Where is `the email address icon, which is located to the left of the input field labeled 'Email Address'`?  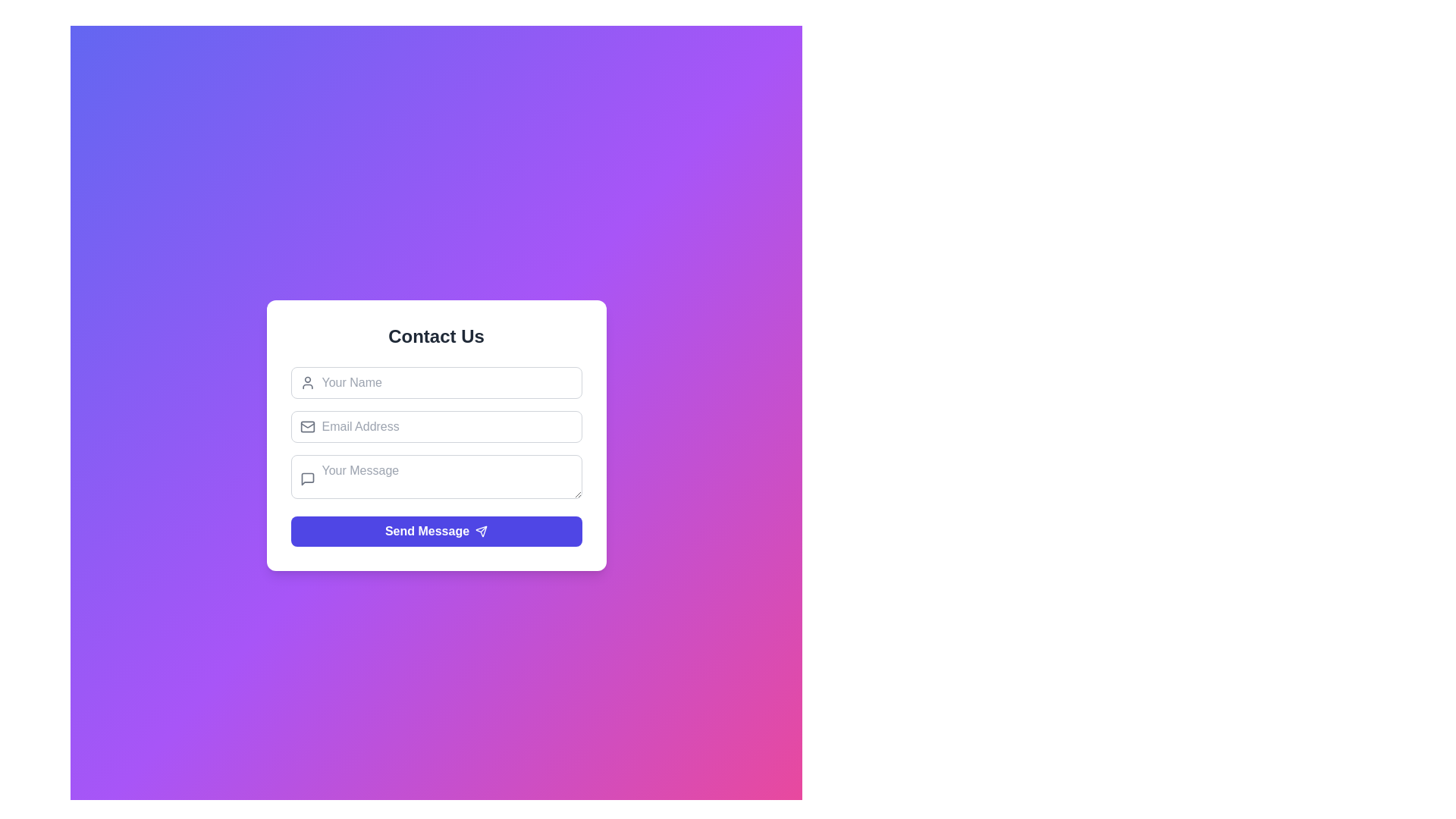 the email address icon, which is located to the left of the input field labeled 'Email Address' is located at coordinates (306, 426).